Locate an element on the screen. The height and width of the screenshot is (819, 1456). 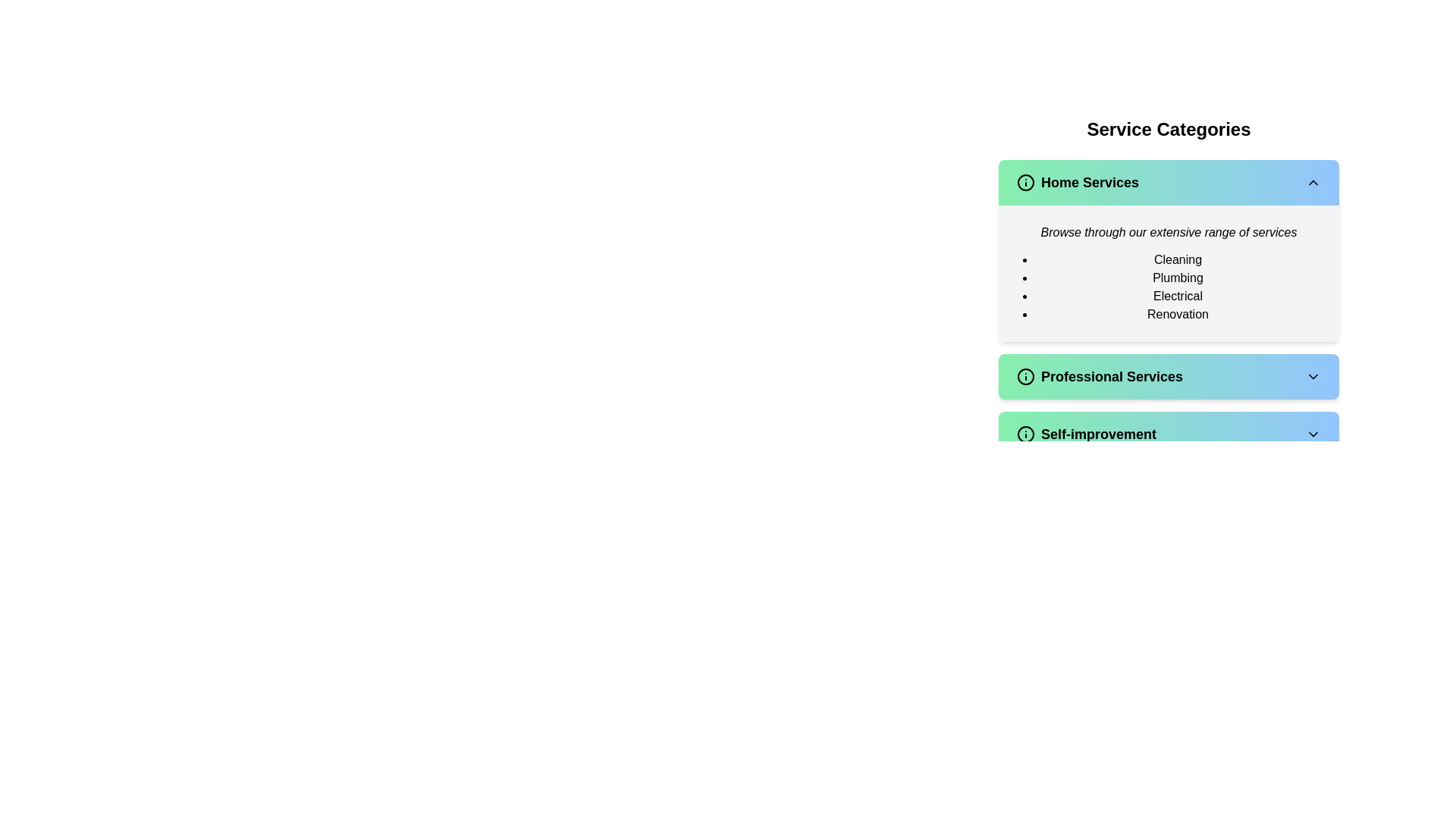
the 'Self-improvement' button, which is a rectangular button with a gradient background from green to blue, located under the 'Service Categories' section is located at coordinates (1168, 435).